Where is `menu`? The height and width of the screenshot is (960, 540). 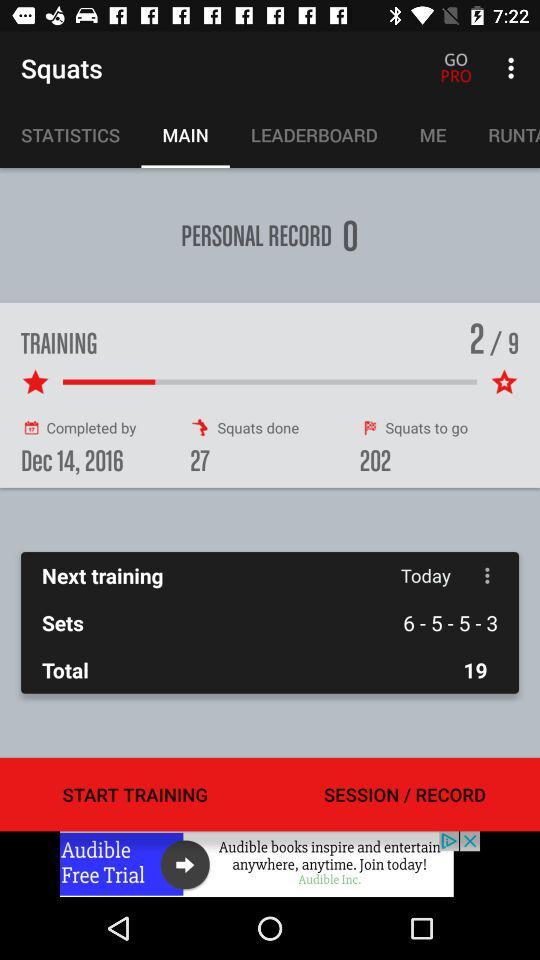
menu is located at coordinates (486, 575).